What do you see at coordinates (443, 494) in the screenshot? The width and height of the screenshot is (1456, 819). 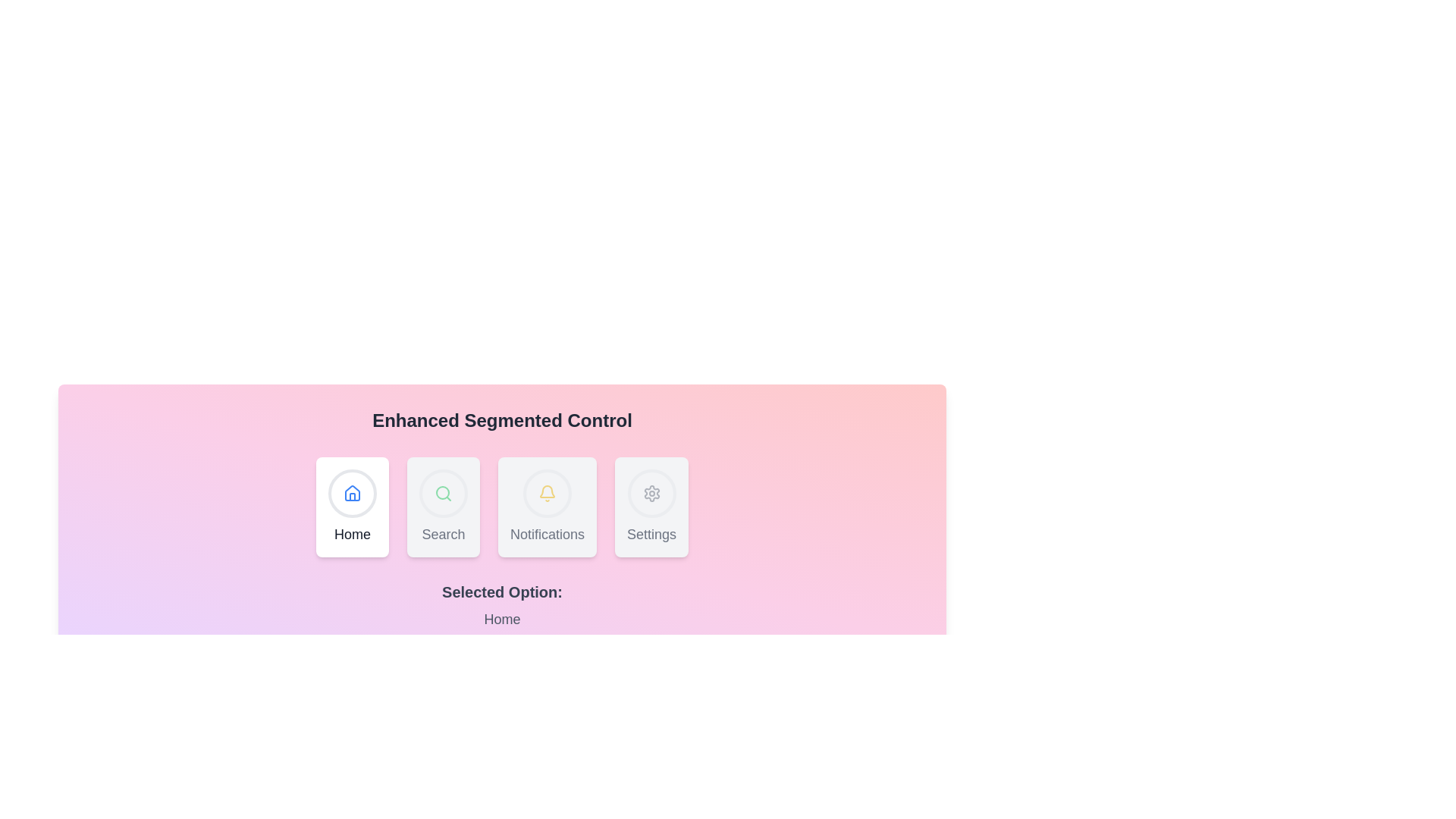 I see `the Magnifying Glass icon located in the 'Search' button, which is positioned between the 'Home' and 'Notifications' buttons` at bounding box center [443, 494].